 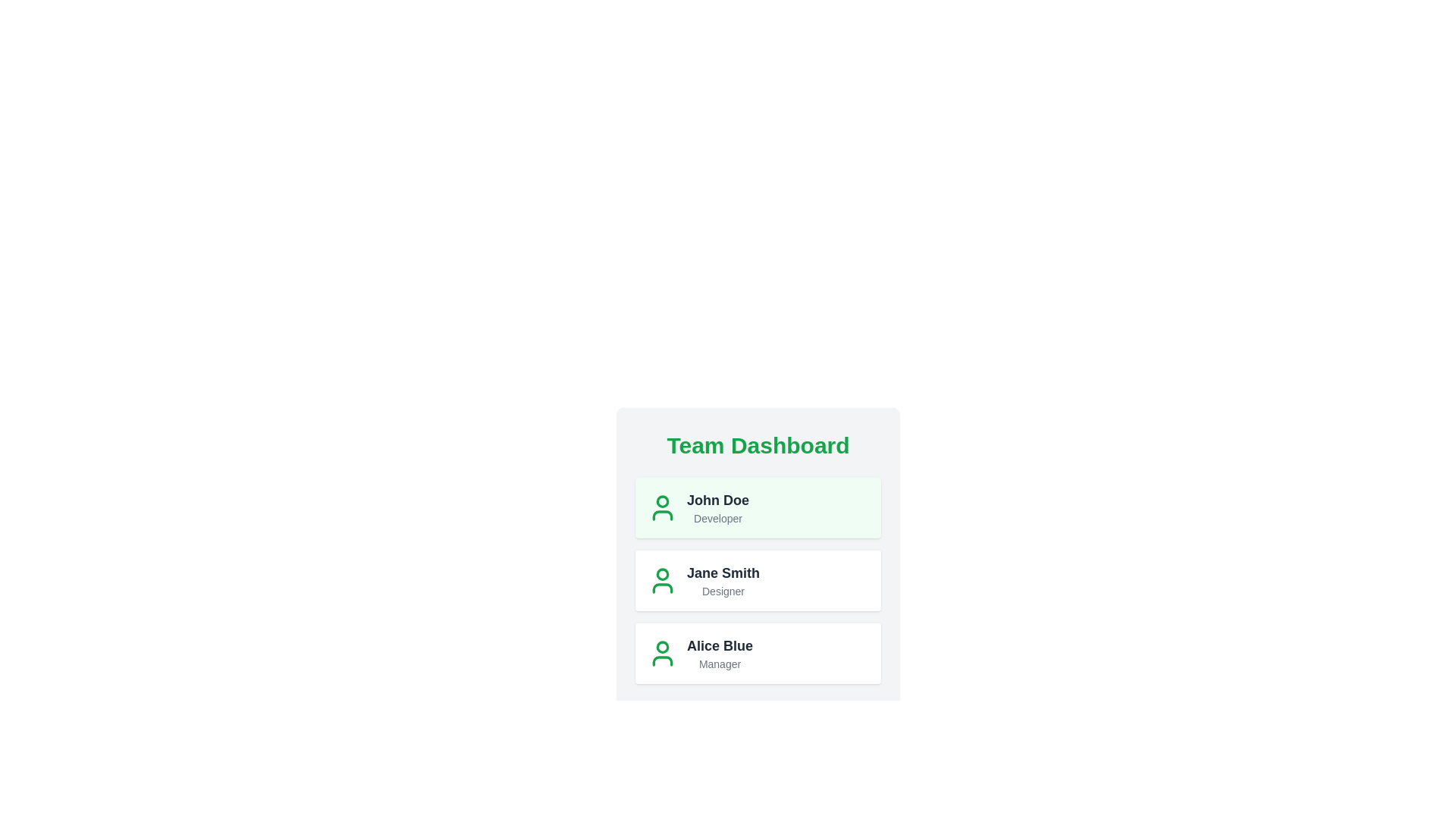 I want to click on the static text element that serves as the title for the associated profile in the 'Team Dashboard', located above the 'Developer' text and next to the user icon, so click(x=717, y=500).